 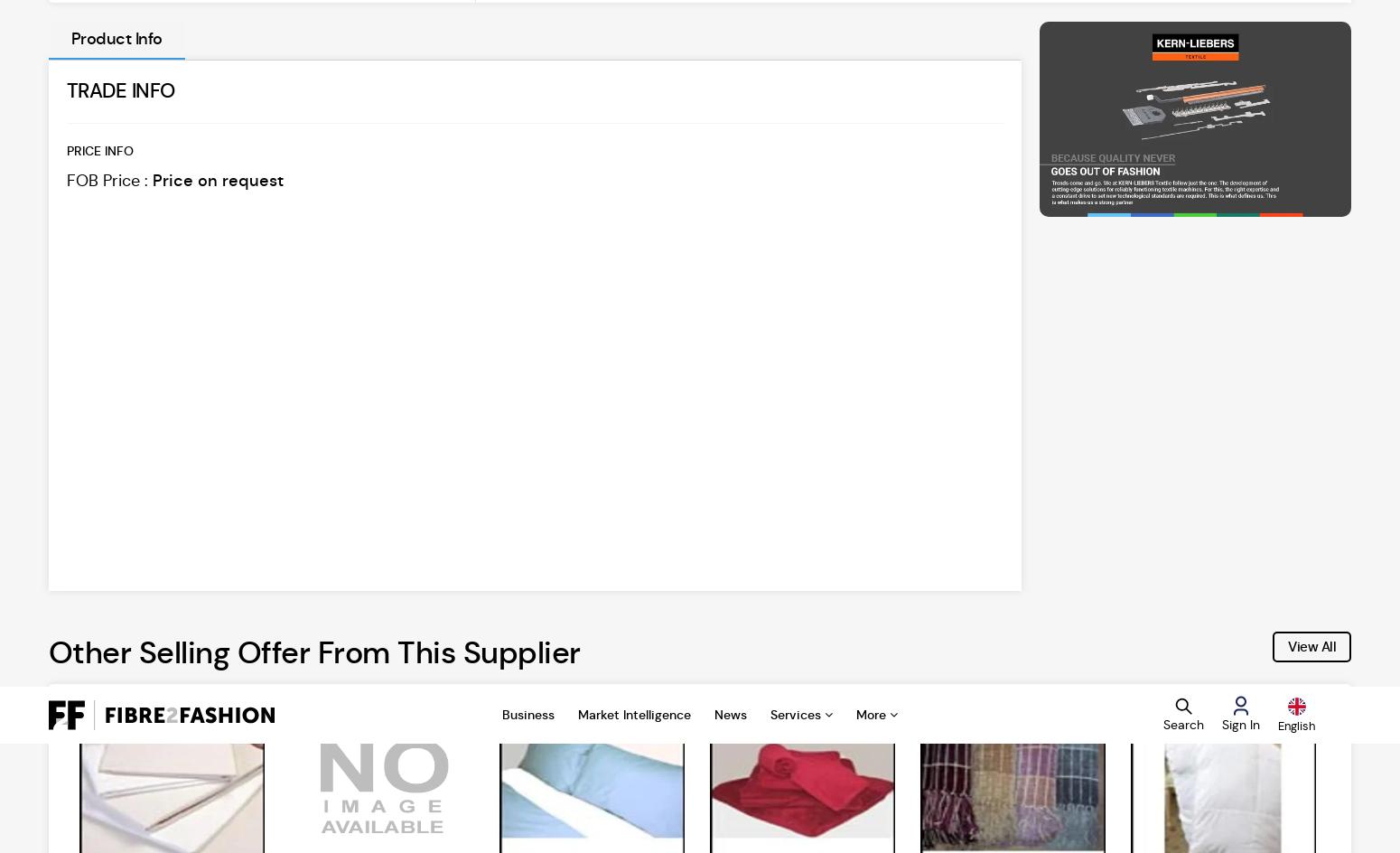 I want to click on 'Buyer Desk', so click(x=1228, y=697).